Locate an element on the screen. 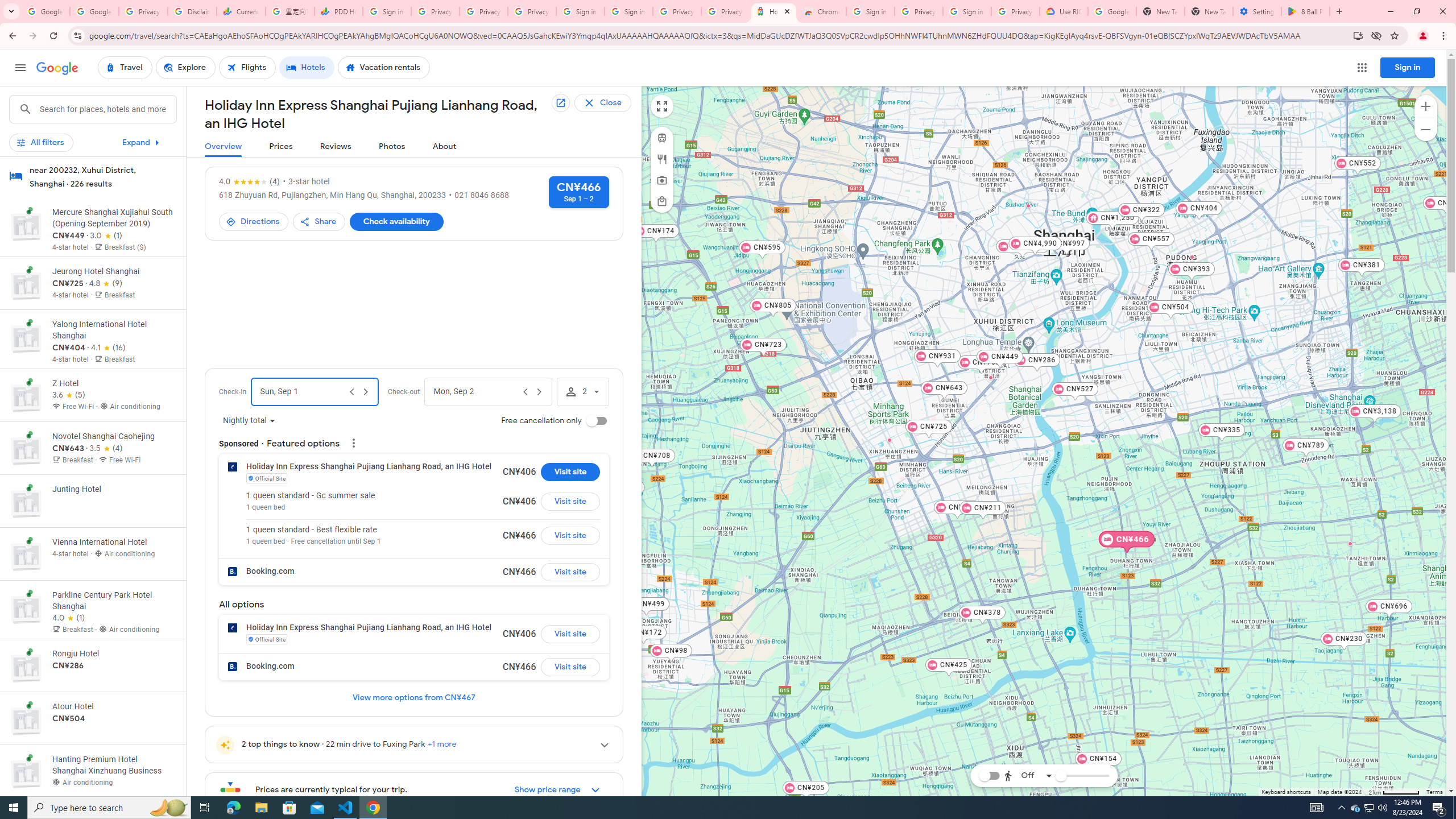 The height and width of the screenshot is (819, 1456). 'Hotels' is located at coordinates (307, 67).